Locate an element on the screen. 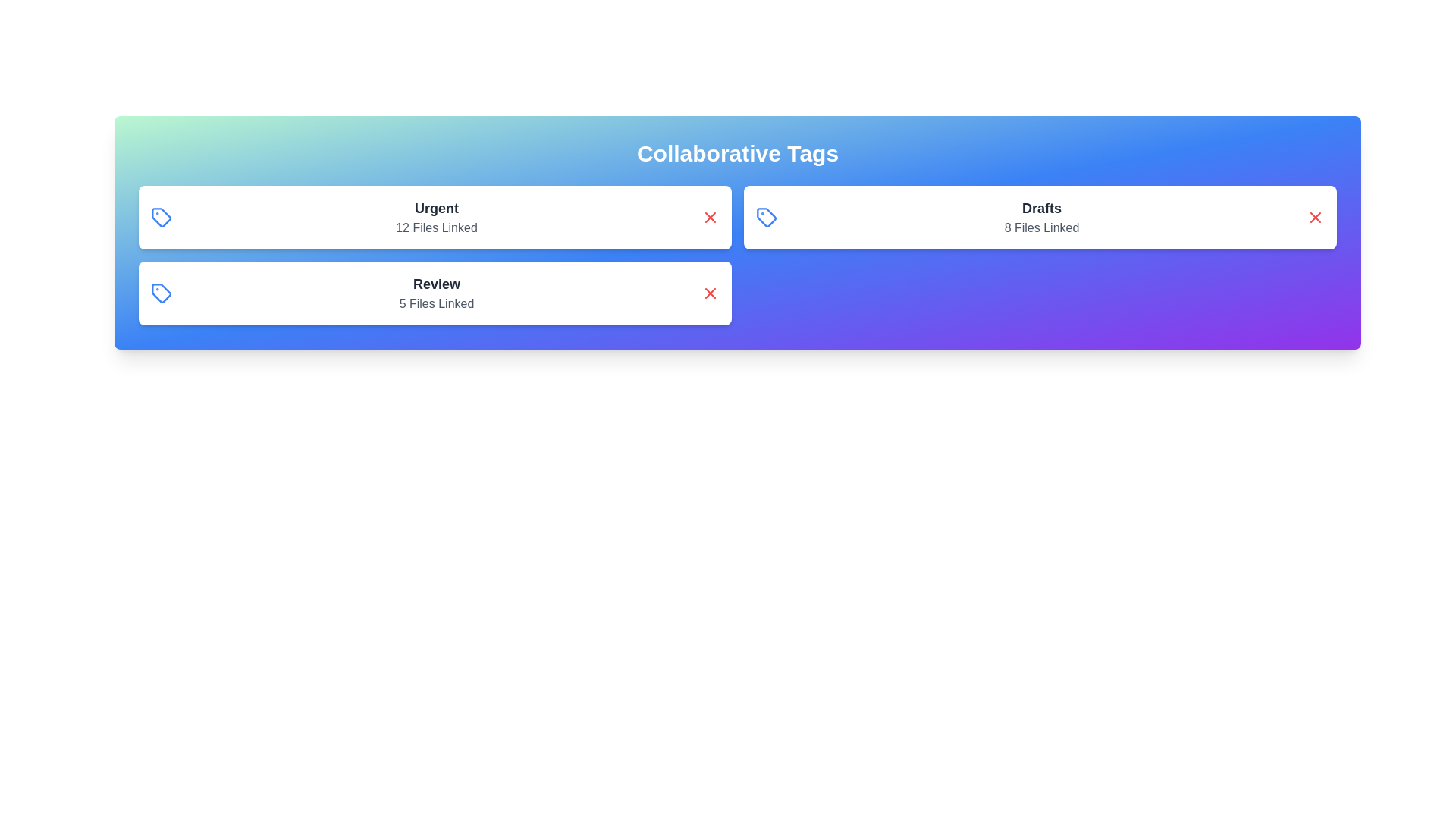 Image resolution: width=1456 pixels, height=819 pixels. the 'X' button next to the tag named Review to remove it is located at coordinates (709, 293).